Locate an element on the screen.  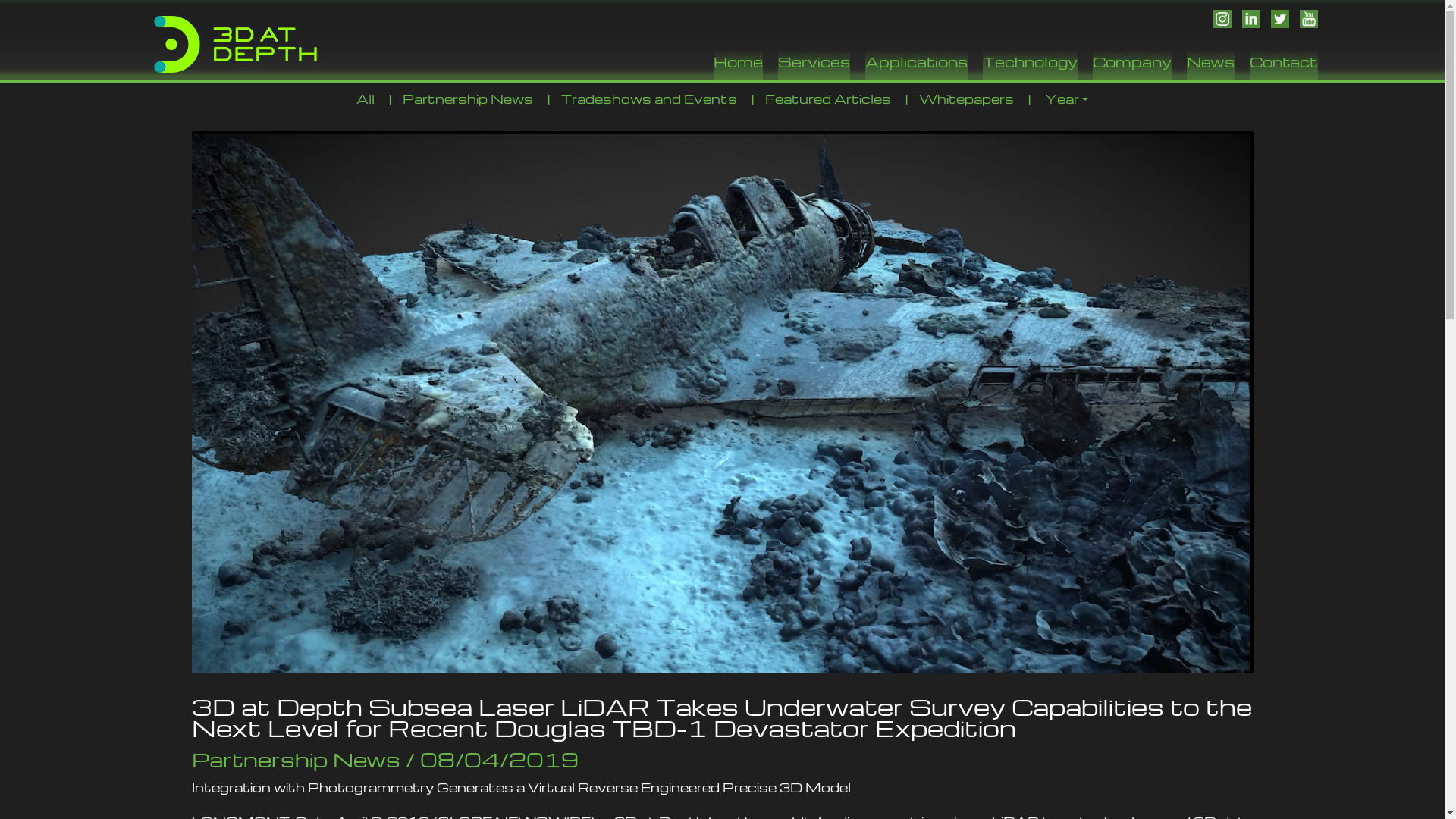
'Contact' is located at coordinates (1249, 64).